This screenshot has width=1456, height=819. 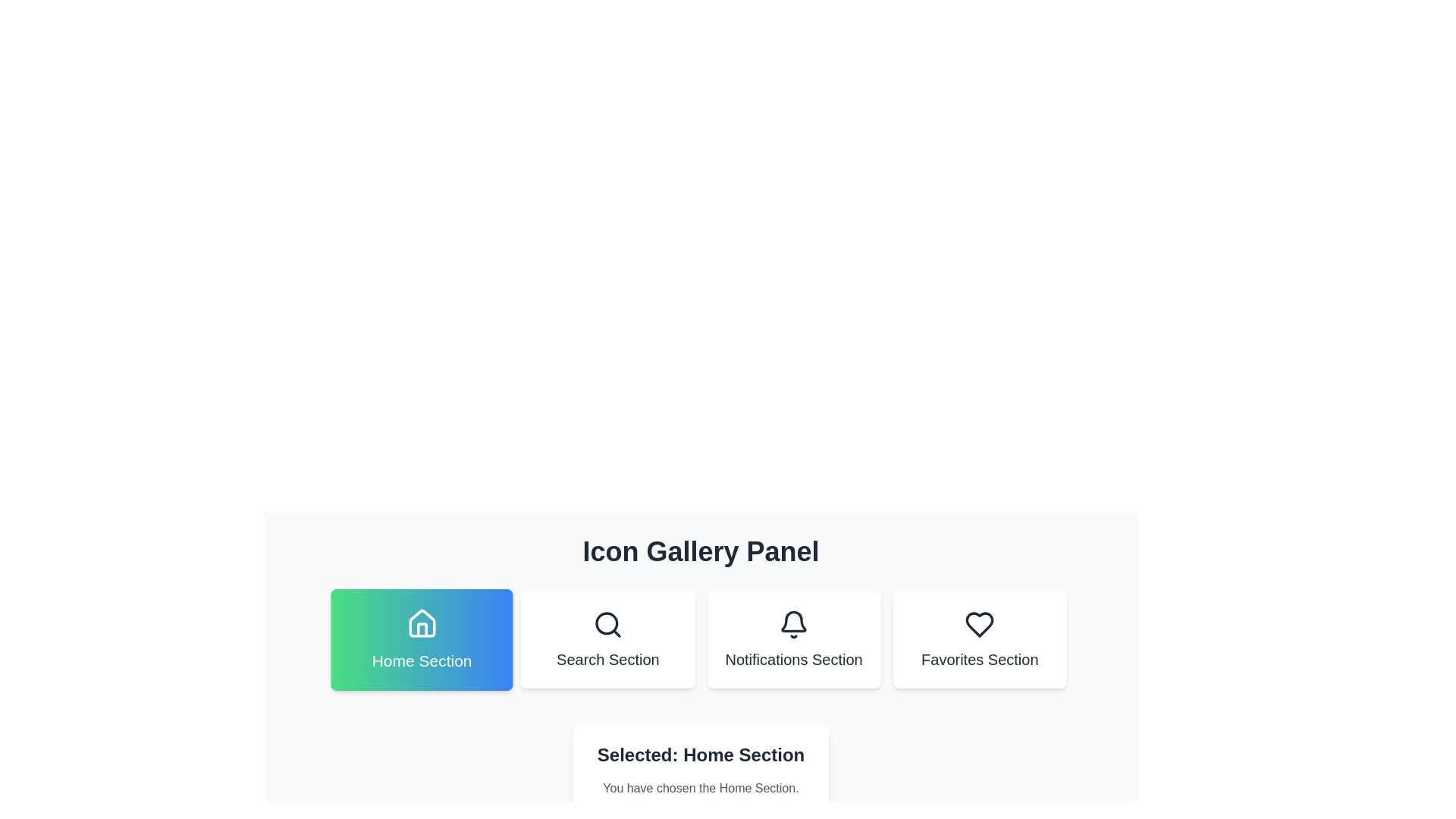 What do you see at coordinates (422, 640) in the screenshot?
I see `the 'Home Section' button, which is a rectangular card with a gradient background from green to blue and contains a house icon and the label 'Home Section' in white` at bounding box center [422, 640].